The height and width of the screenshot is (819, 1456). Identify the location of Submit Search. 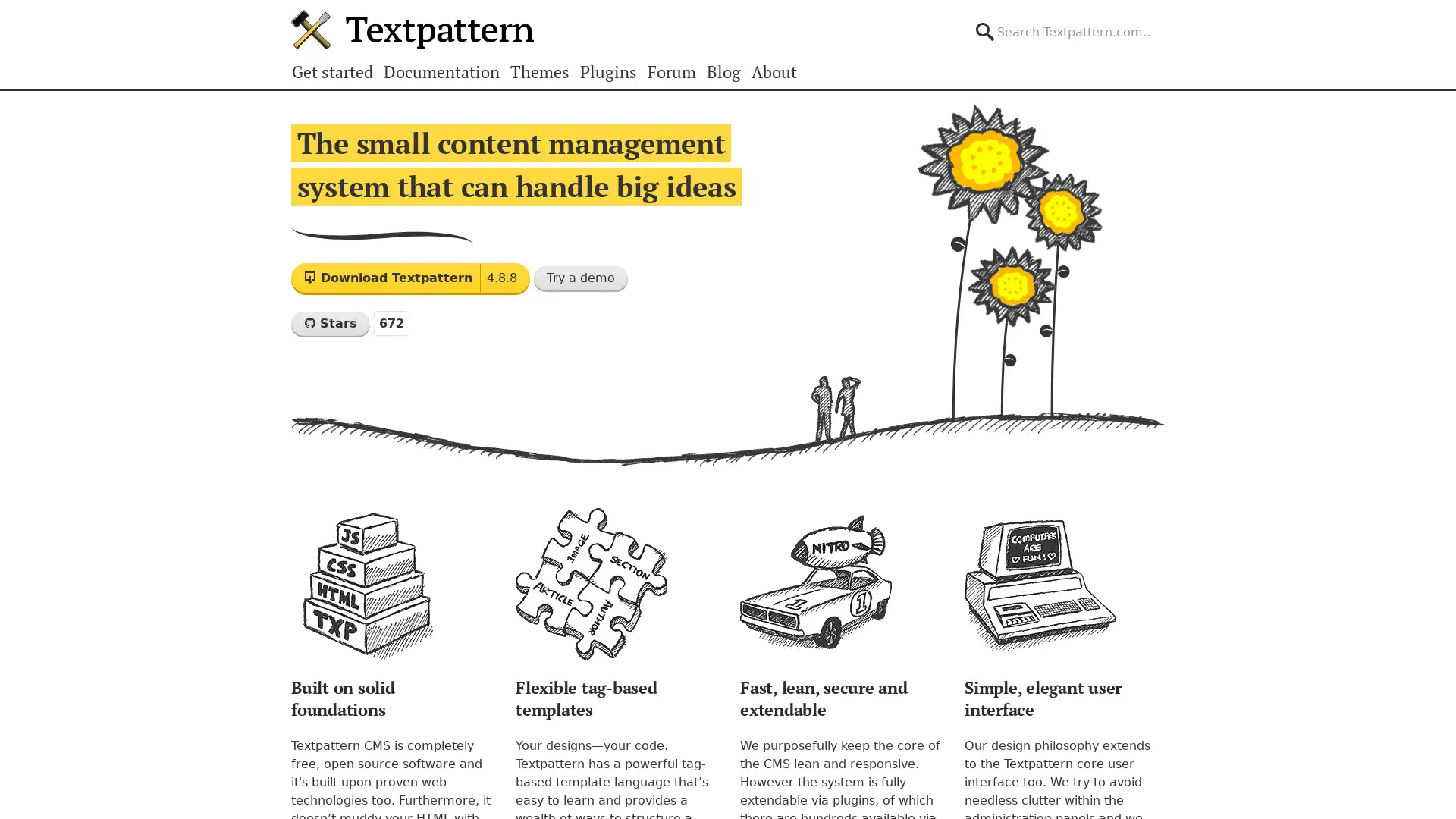
(1163, 18).